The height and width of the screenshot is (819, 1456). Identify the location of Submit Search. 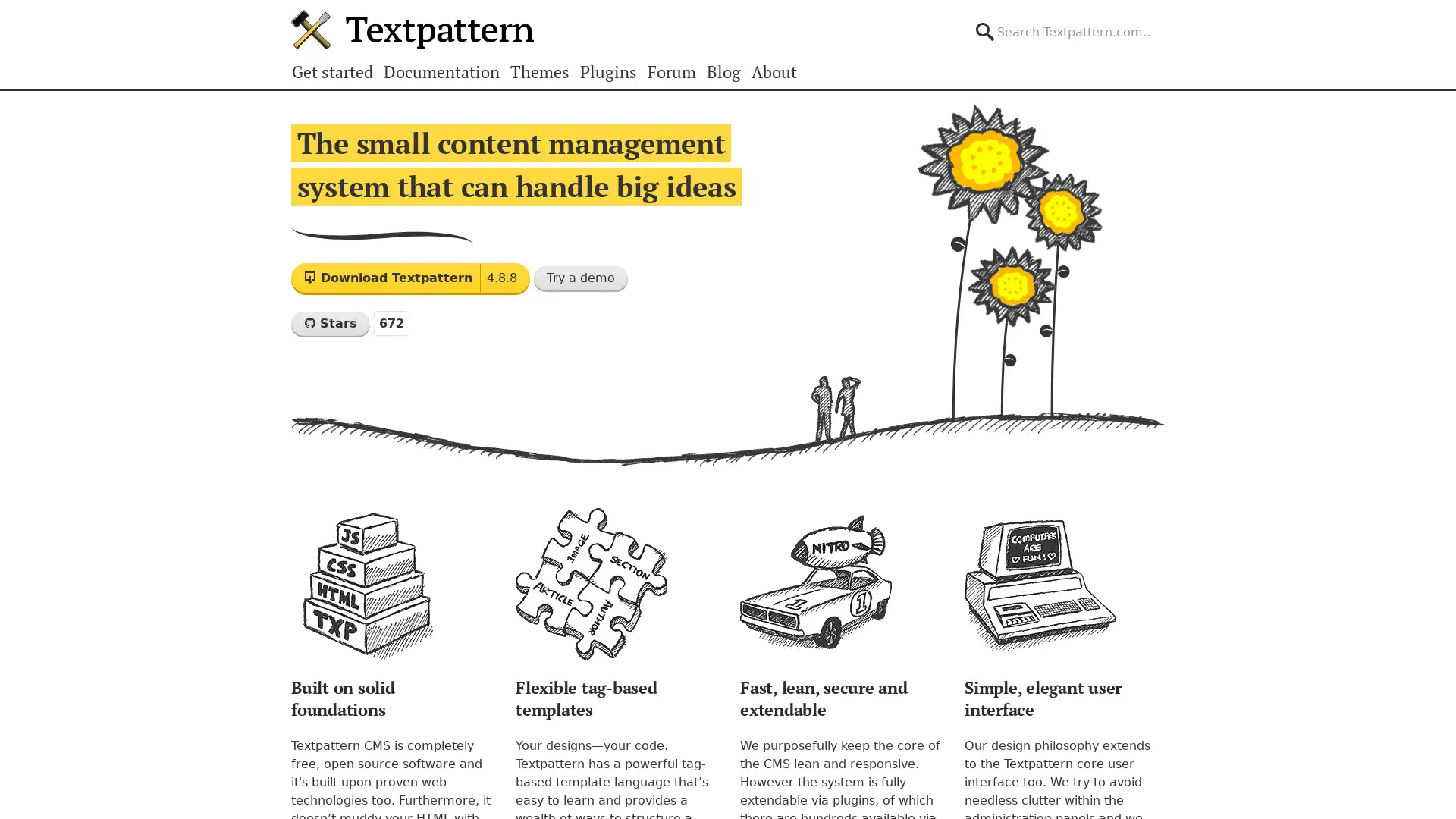
(1163, 18).